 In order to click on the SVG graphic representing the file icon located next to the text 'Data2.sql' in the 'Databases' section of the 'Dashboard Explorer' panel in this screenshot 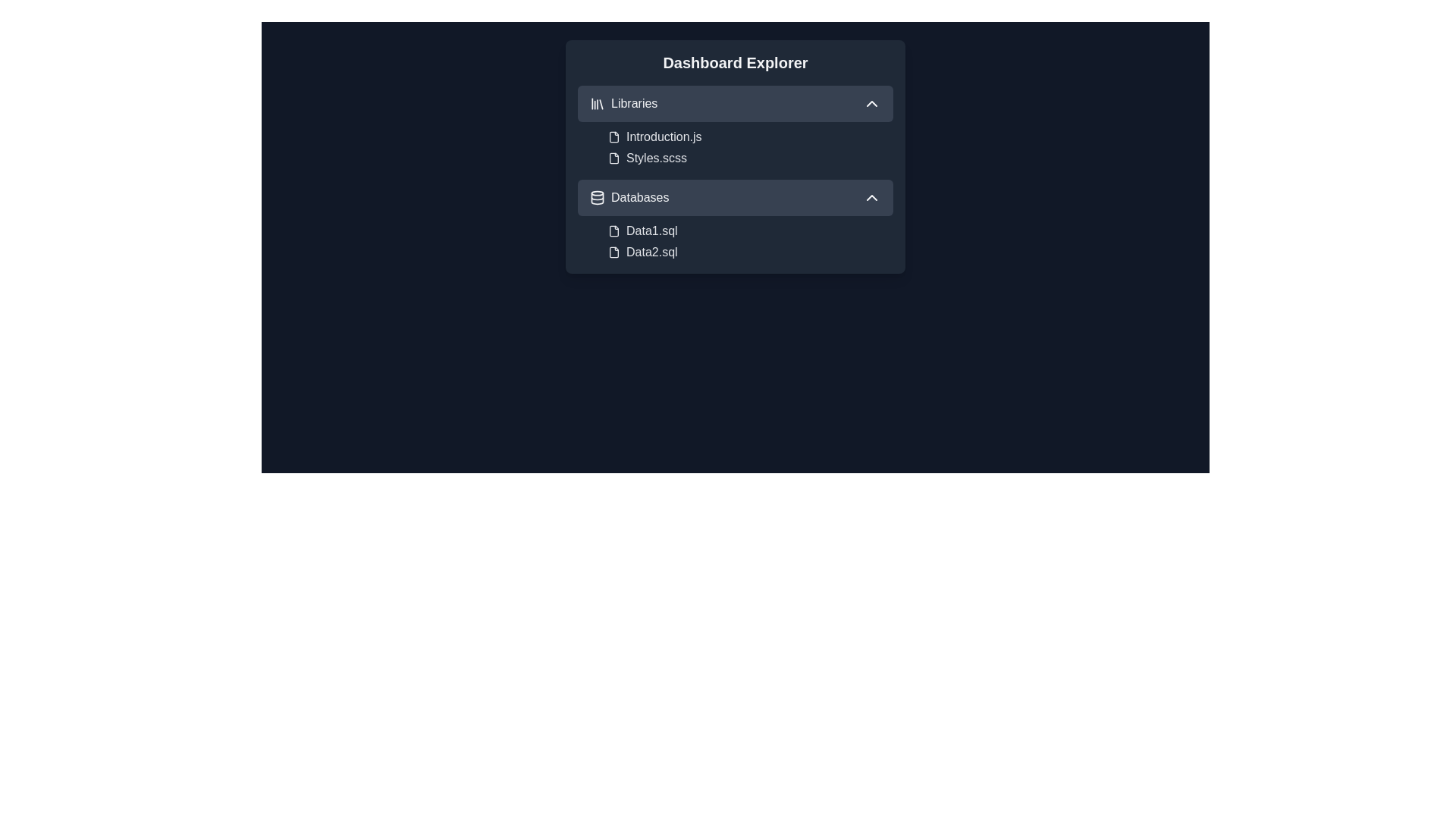, I will do `click(614, 251)`.